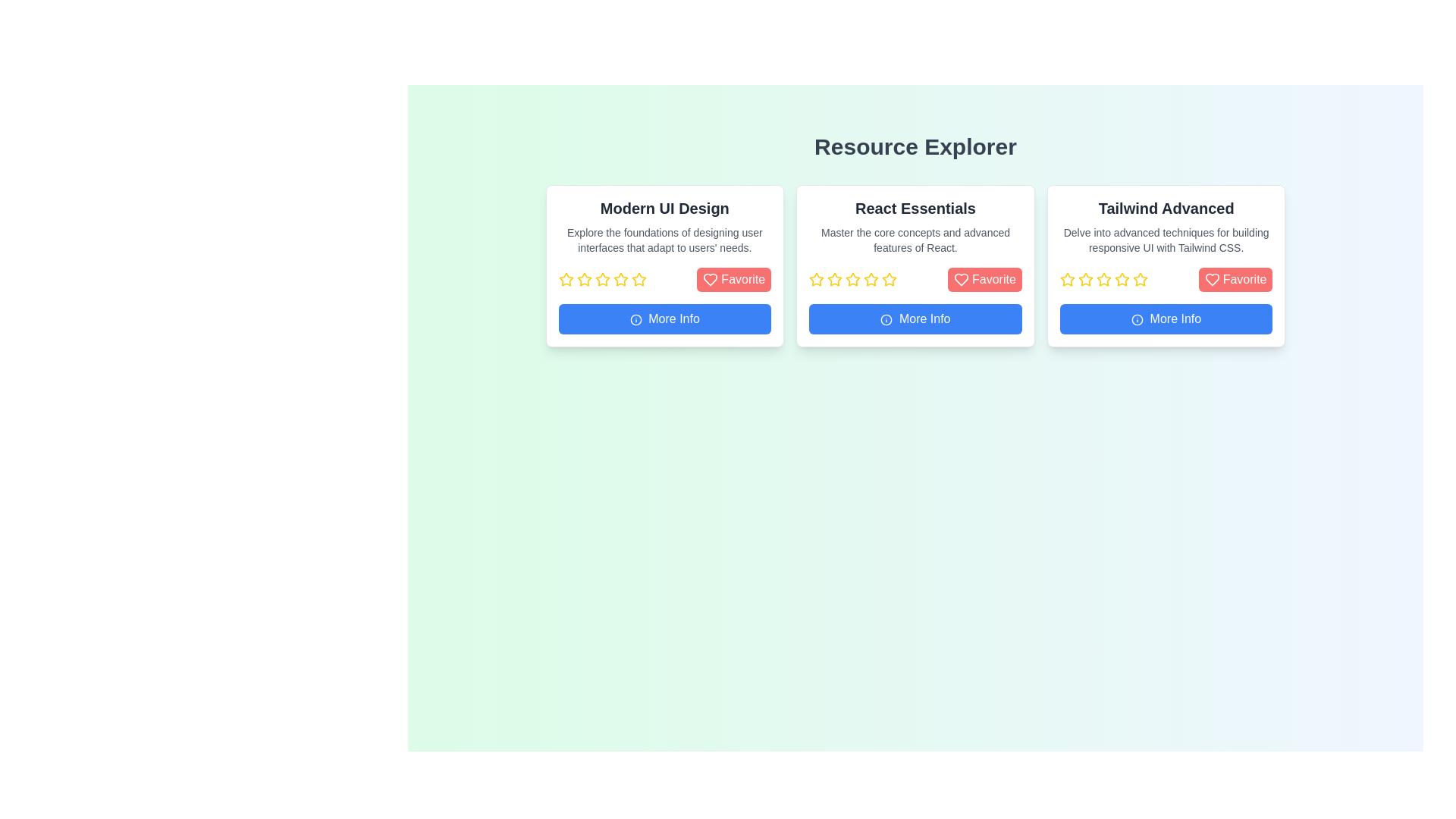  What do you see at coordinates (603, 280) in the screenshot?
I see `the third star icon in the rating system under the 'Modern UI Design' card to interact with the rating feature` at bounding box center [603, 280].